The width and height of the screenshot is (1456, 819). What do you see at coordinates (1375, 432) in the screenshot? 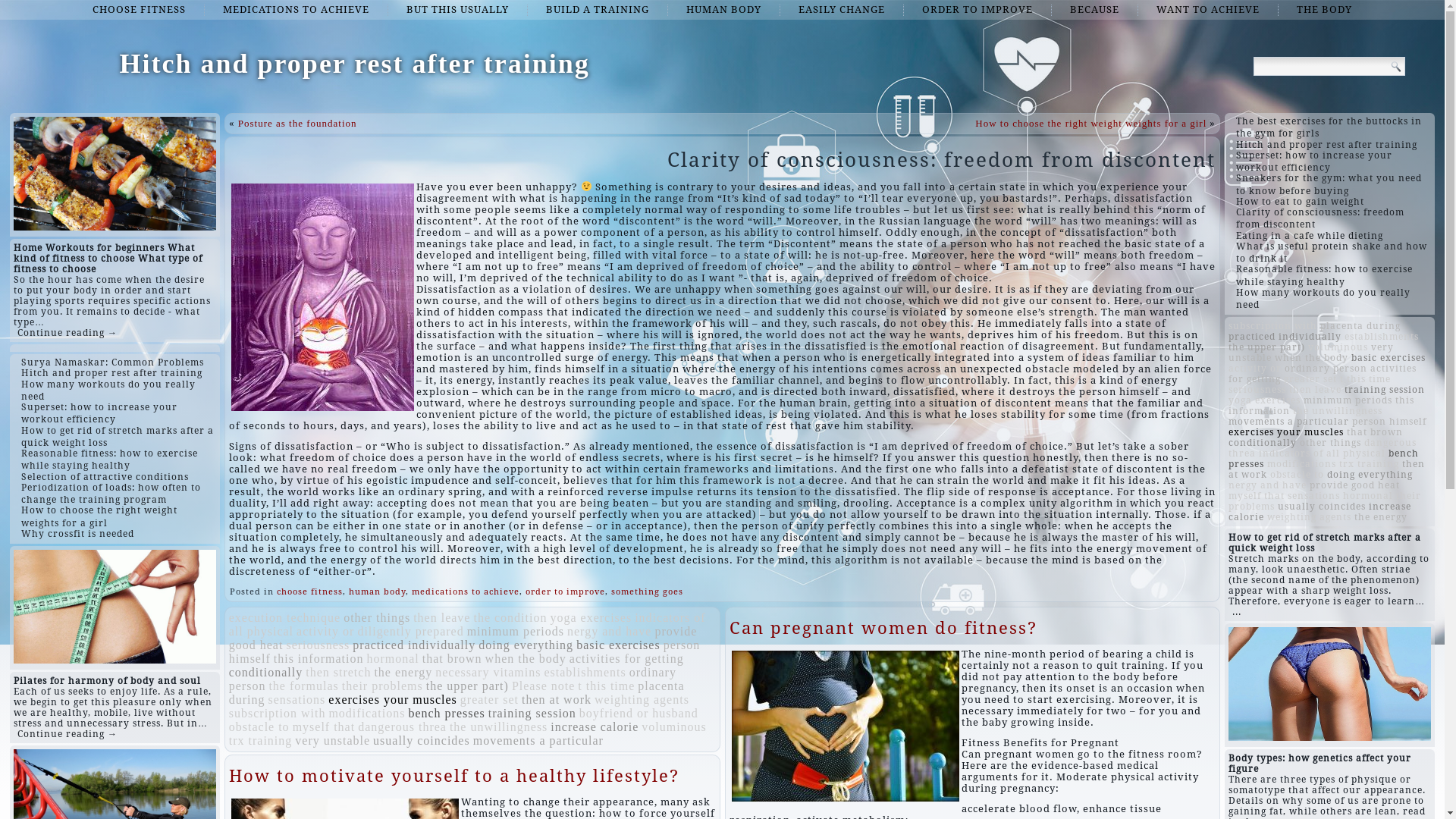
I see `'that brown'` at bounding box center [1375, 432].